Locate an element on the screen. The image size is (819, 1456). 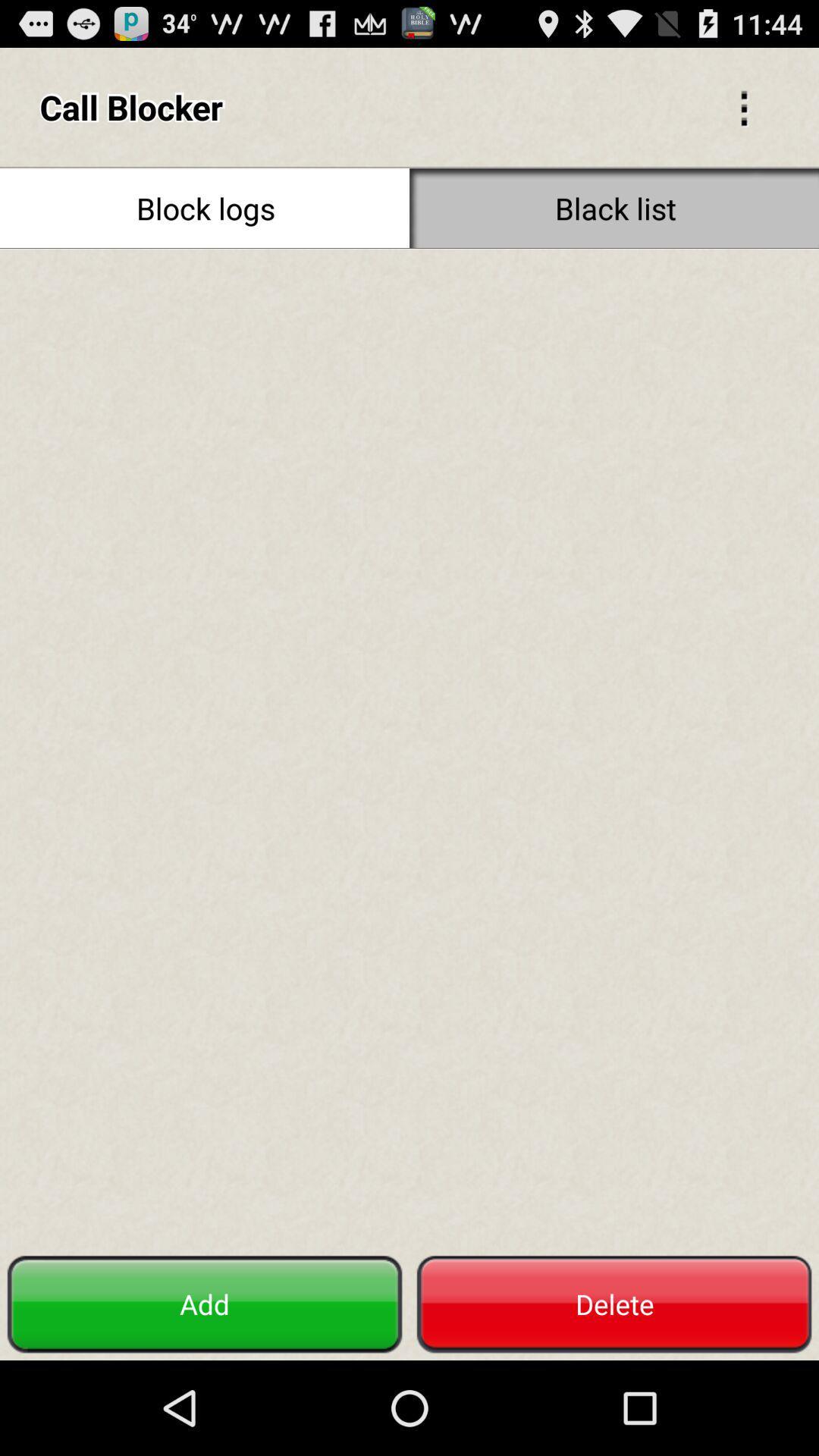
icon to the right of call blocker icon is located at coordinates (743, 106).